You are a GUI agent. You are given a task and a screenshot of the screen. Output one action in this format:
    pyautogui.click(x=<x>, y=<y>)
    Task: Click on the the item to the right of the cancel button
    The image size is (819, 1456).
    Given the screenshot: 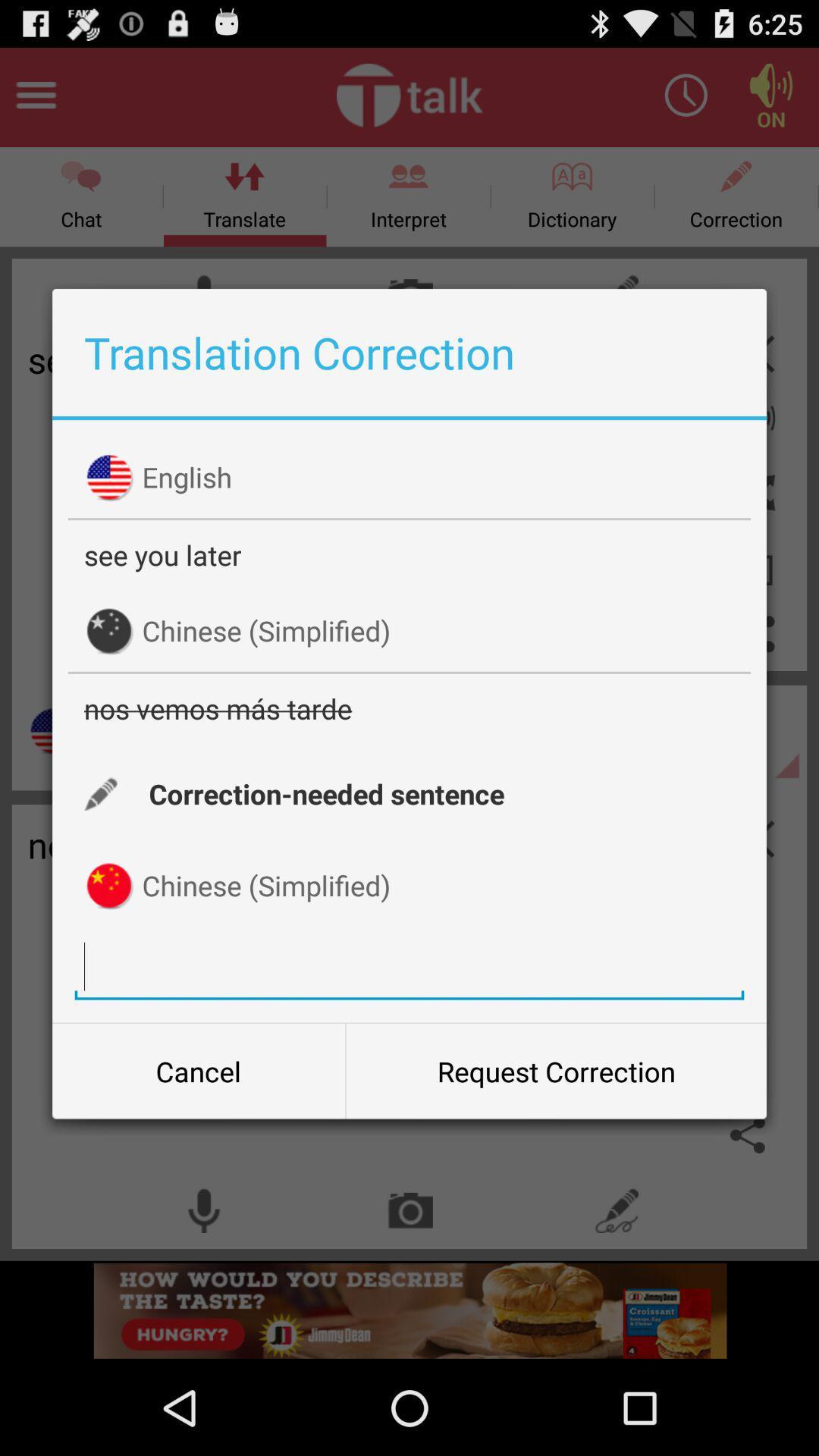 What is the action you would take?
    pyautogui.click(x=556, y=1070)
    